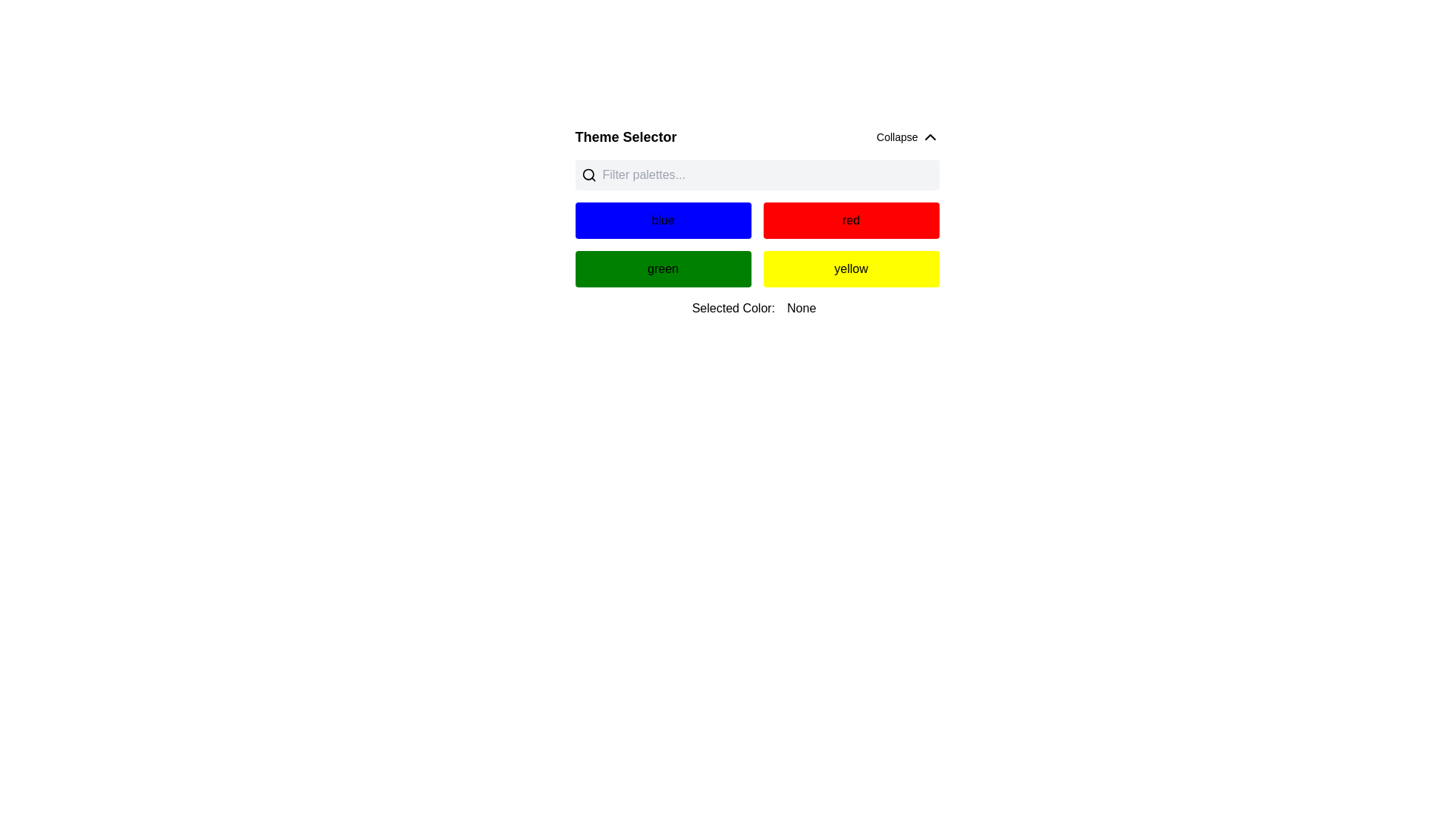 Image resolution: width=1456 pixels, height=819 pixels. I want to click on the expandable/collapsible icon located to the right of the 'Collapse' text in the header area, so click(929, 137).